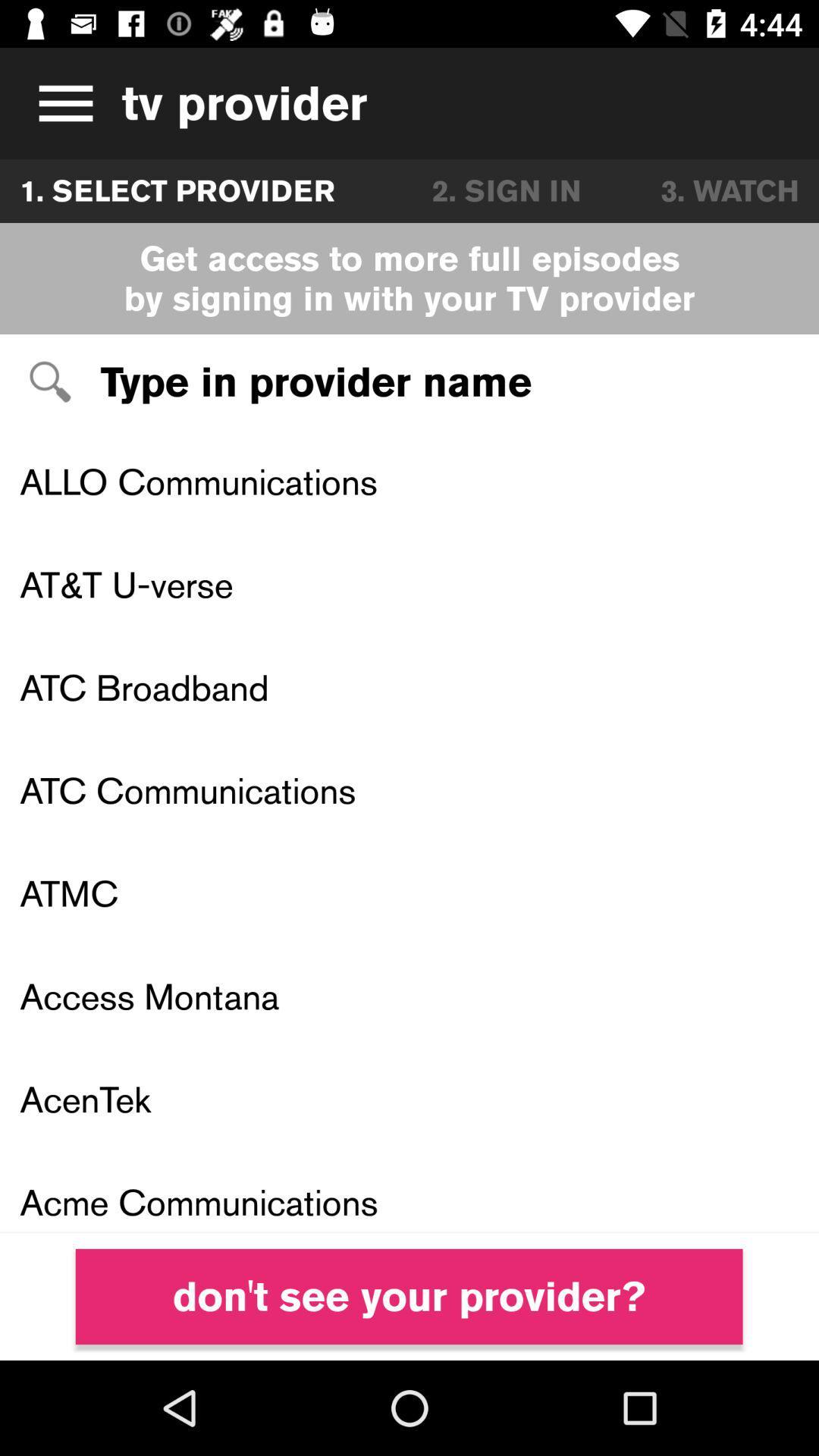 This screenshot has height=1456, width=819. Describe the element at coordinates (409, 1191) in the screenshot. I see `the icon above the don t see icon` at that location.